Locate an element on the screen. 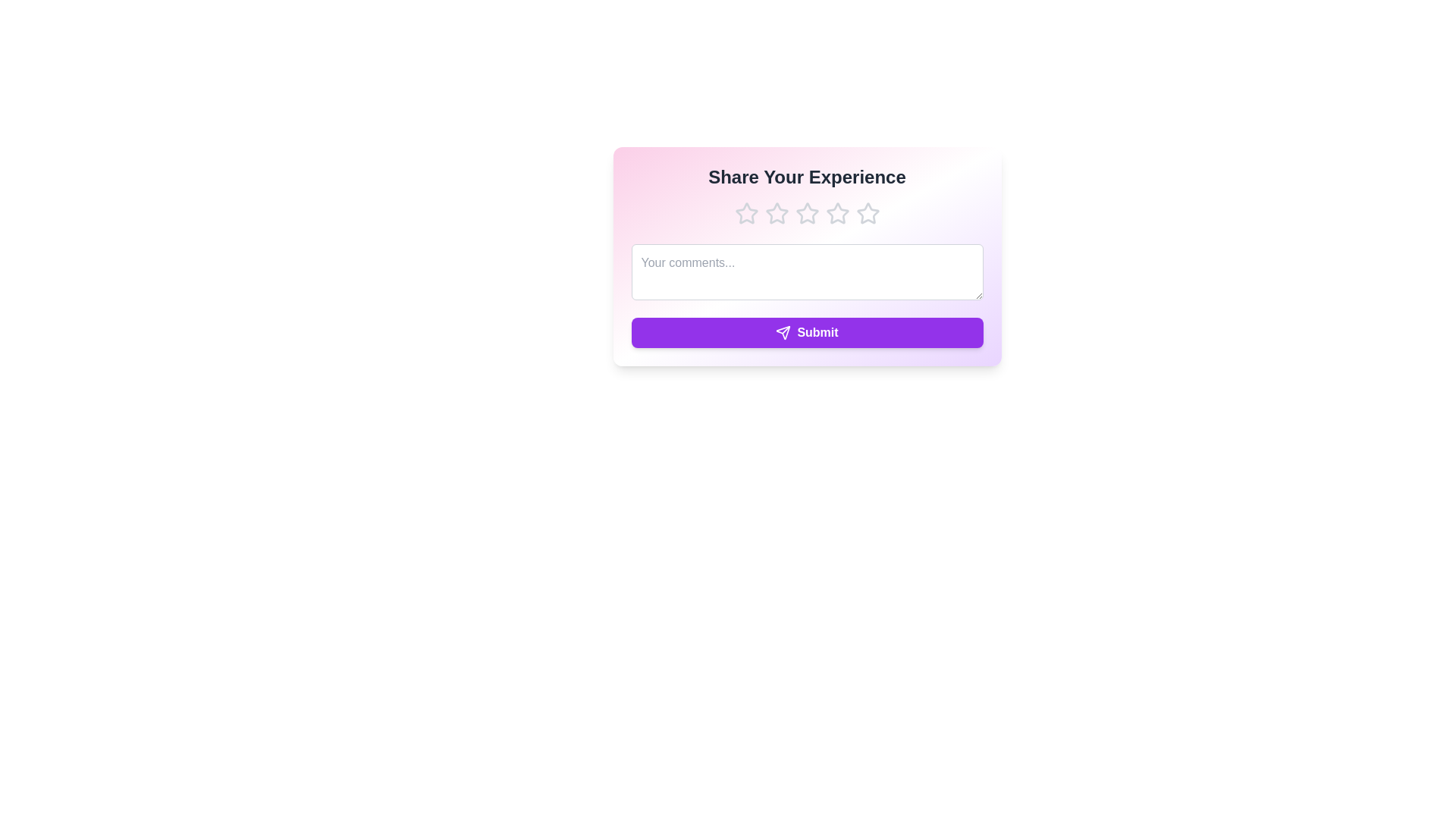  text of the heading element located at the top of the user feedback card, which serves to indicate the purpose of the card below it is located at coordinates (806, 177).